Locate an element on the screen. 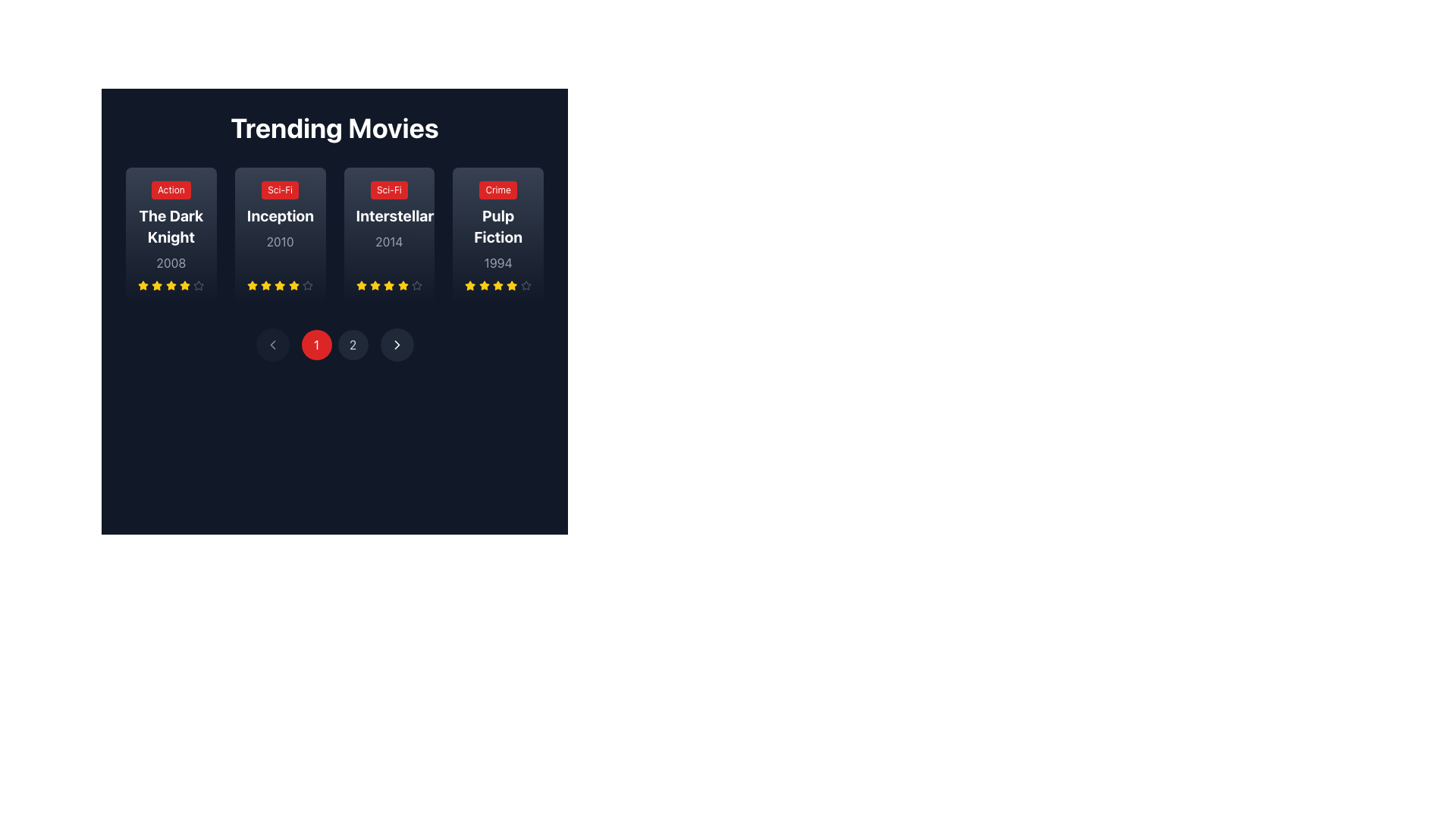 This screenshot has width=1456, height=819. the fifth star icon in the 5-star rating system for the movie 'Inception' located in the second column underneath the movie title and release year is located at coordinates (294, 285).